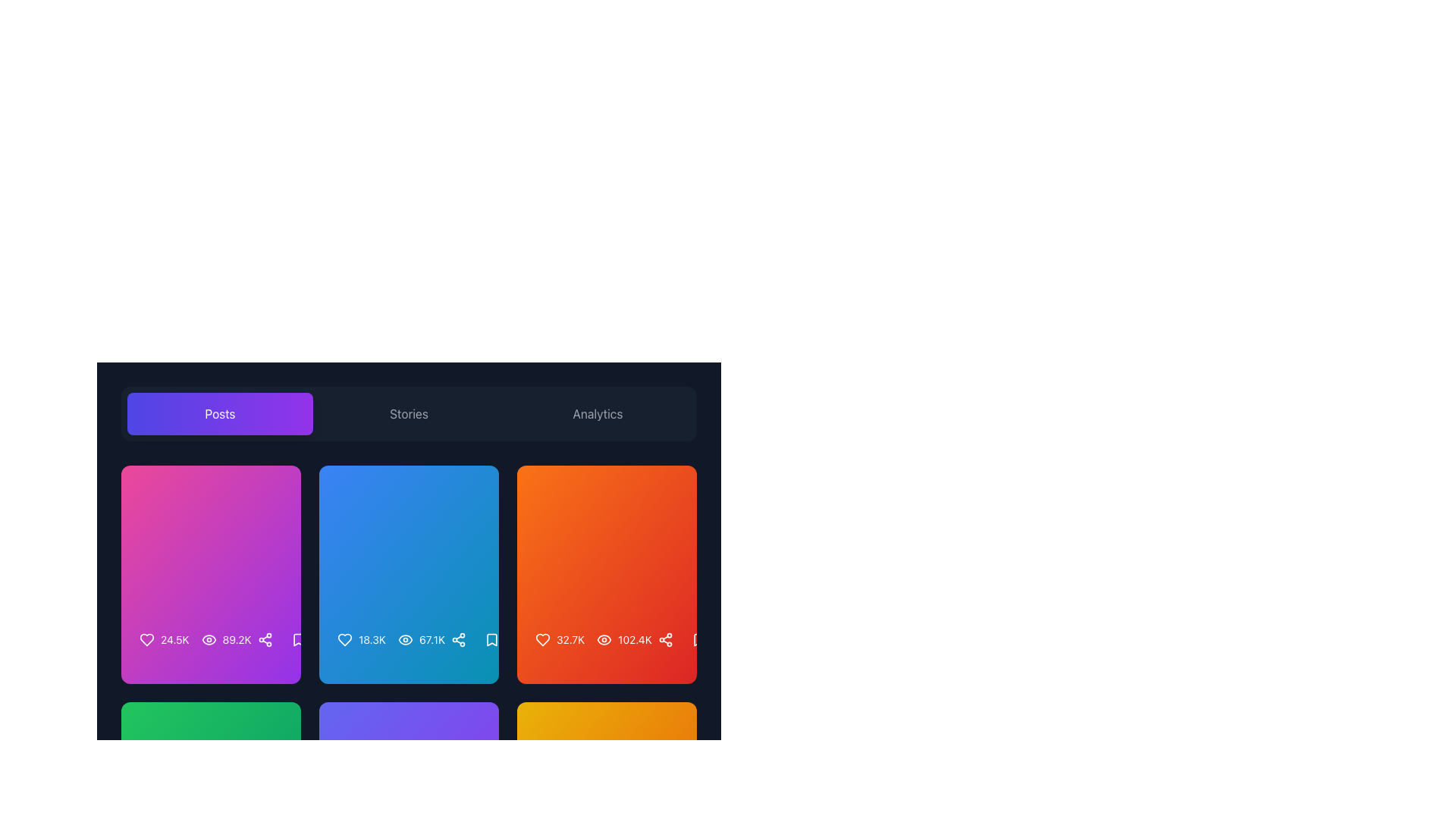 This screenshot has height=819, width=1456. Describe the element at coordinates (219, 414) in the screenshot. I see `the 'Posts' button, which is a rectangular button with rounded corners, featuring a gradient background from indigo to purple and bold white text` at that location.